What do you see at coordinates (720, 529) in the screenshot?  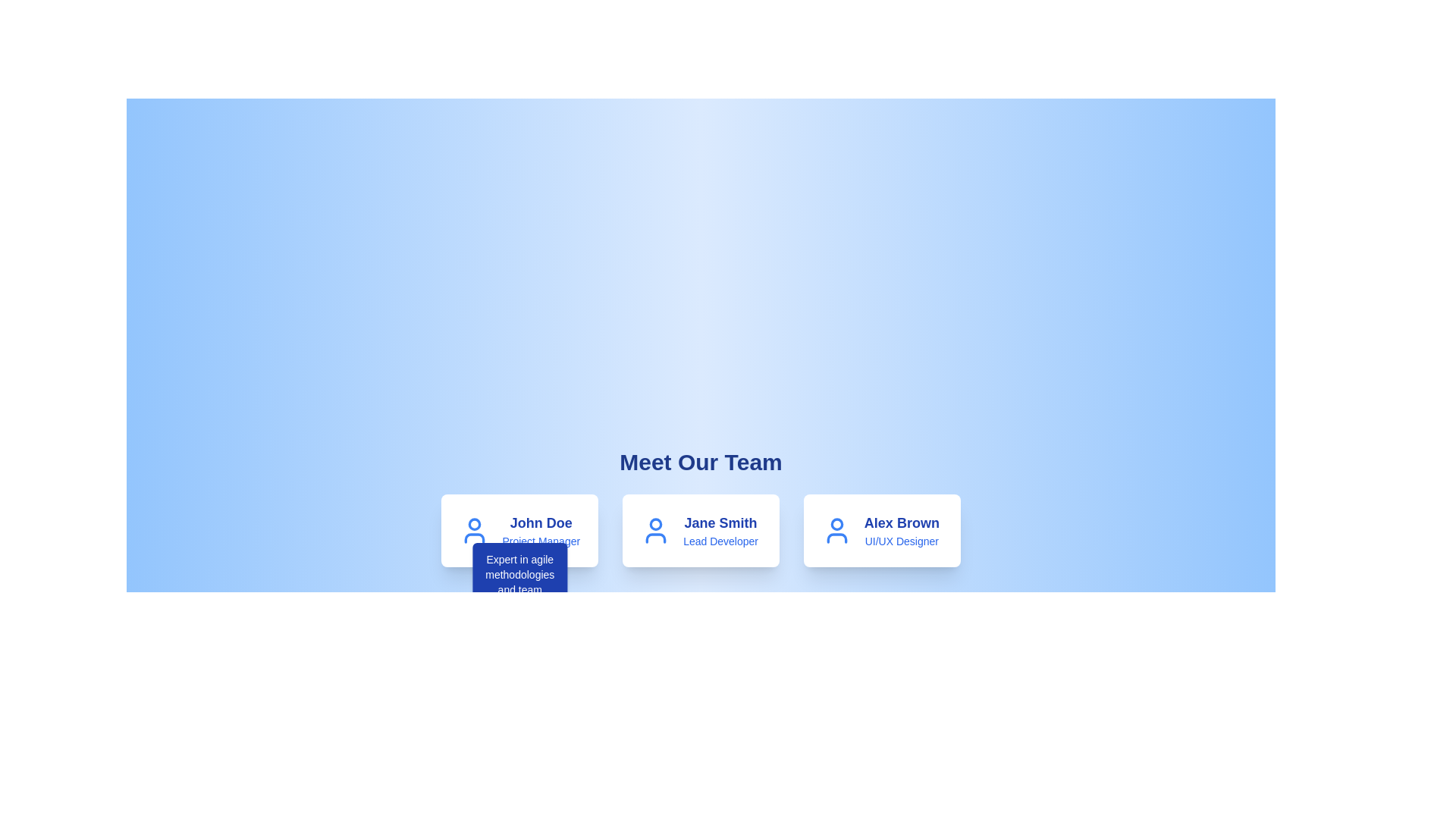 I see `the text block displaying 'Jane Smith' and 'Lead Developer', which is located in the second card under the heading 'Meet Our Team'` at bounding box center [720, 529].